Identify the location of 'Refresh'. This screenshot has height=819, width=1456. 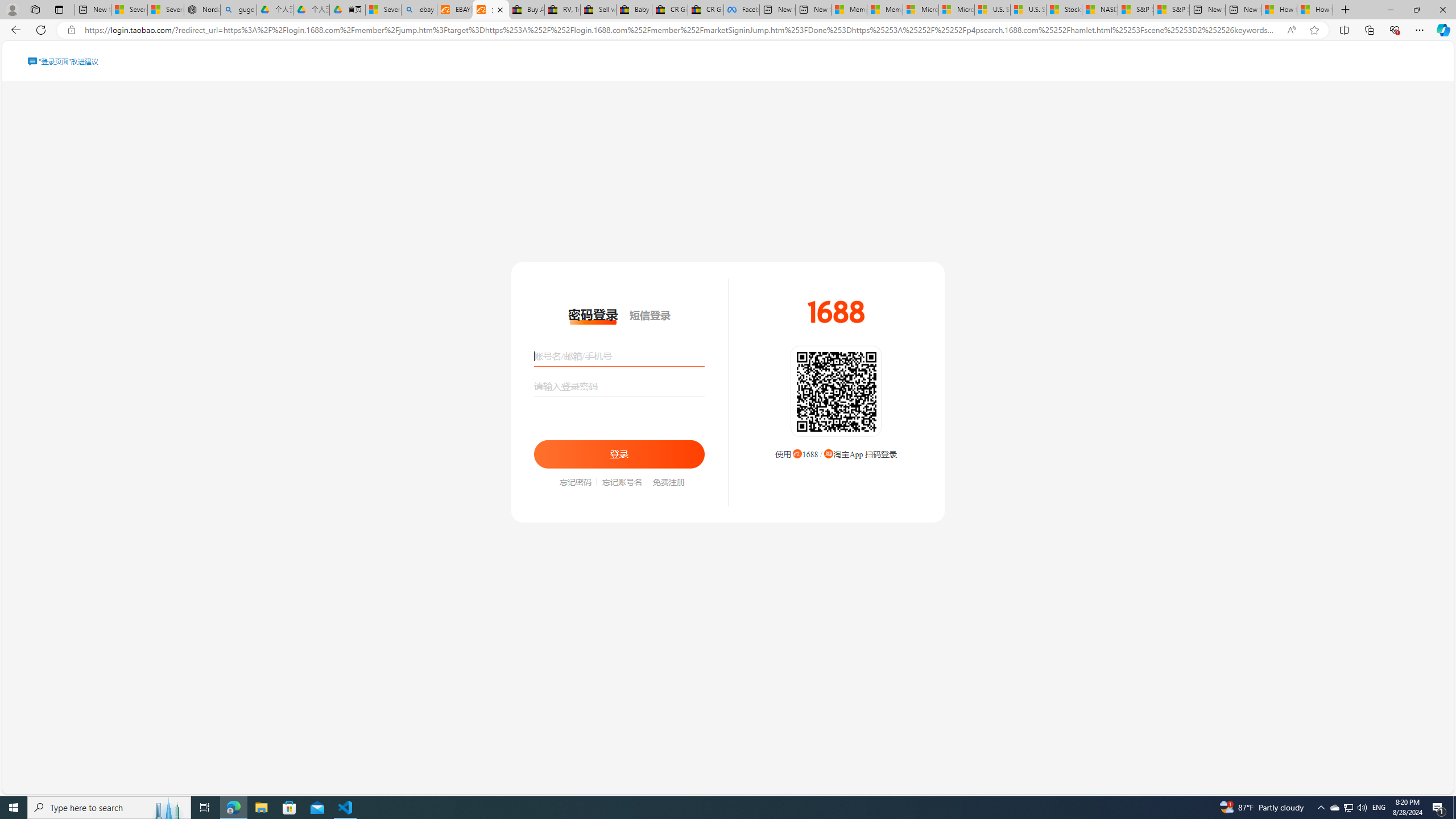
(40, 29).